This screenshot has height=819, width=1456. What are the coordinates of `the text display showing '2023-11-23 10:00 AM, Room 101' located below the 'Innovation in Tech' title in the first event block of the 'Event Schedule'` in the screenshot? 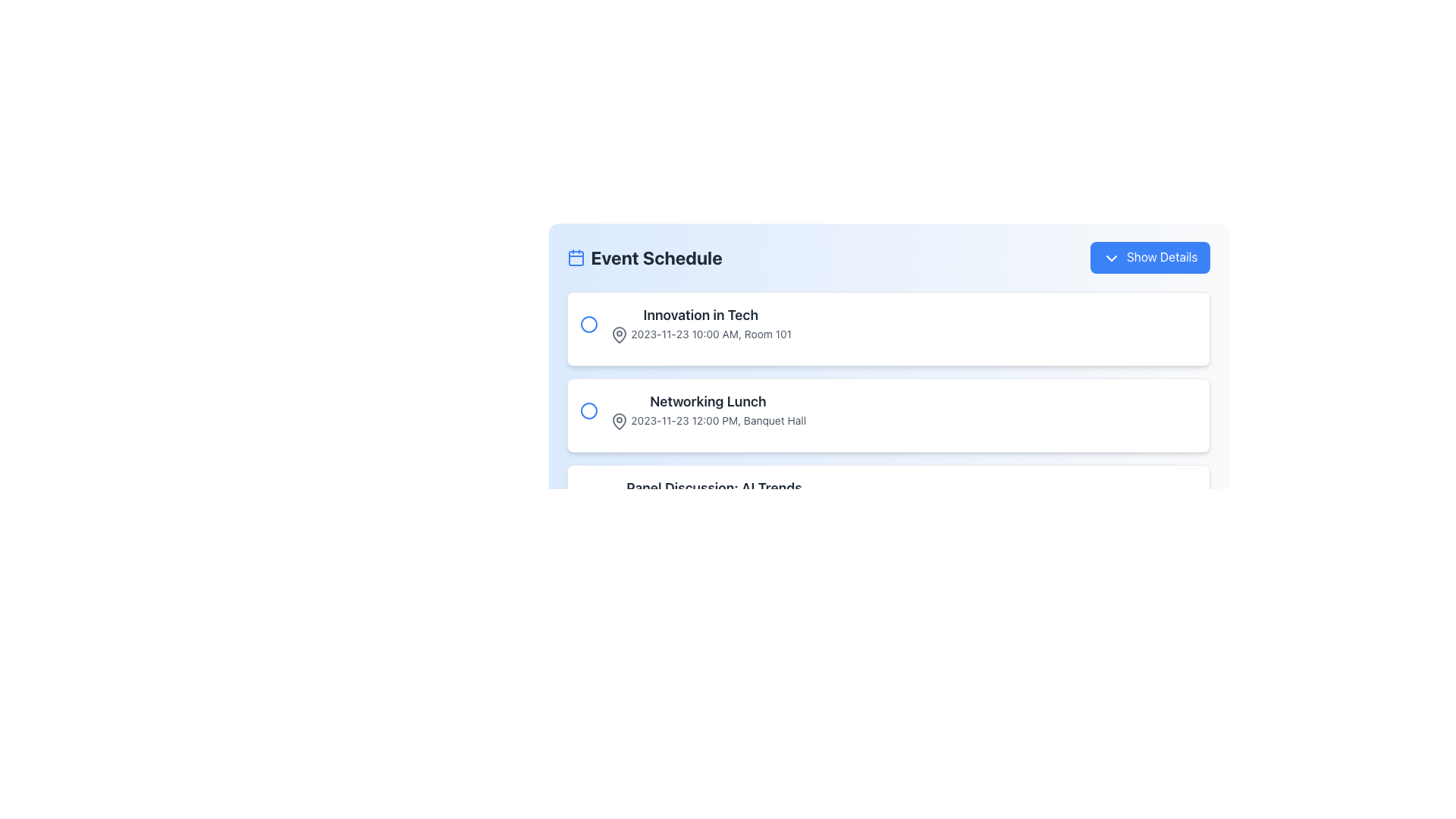 It's located at (700, 334).